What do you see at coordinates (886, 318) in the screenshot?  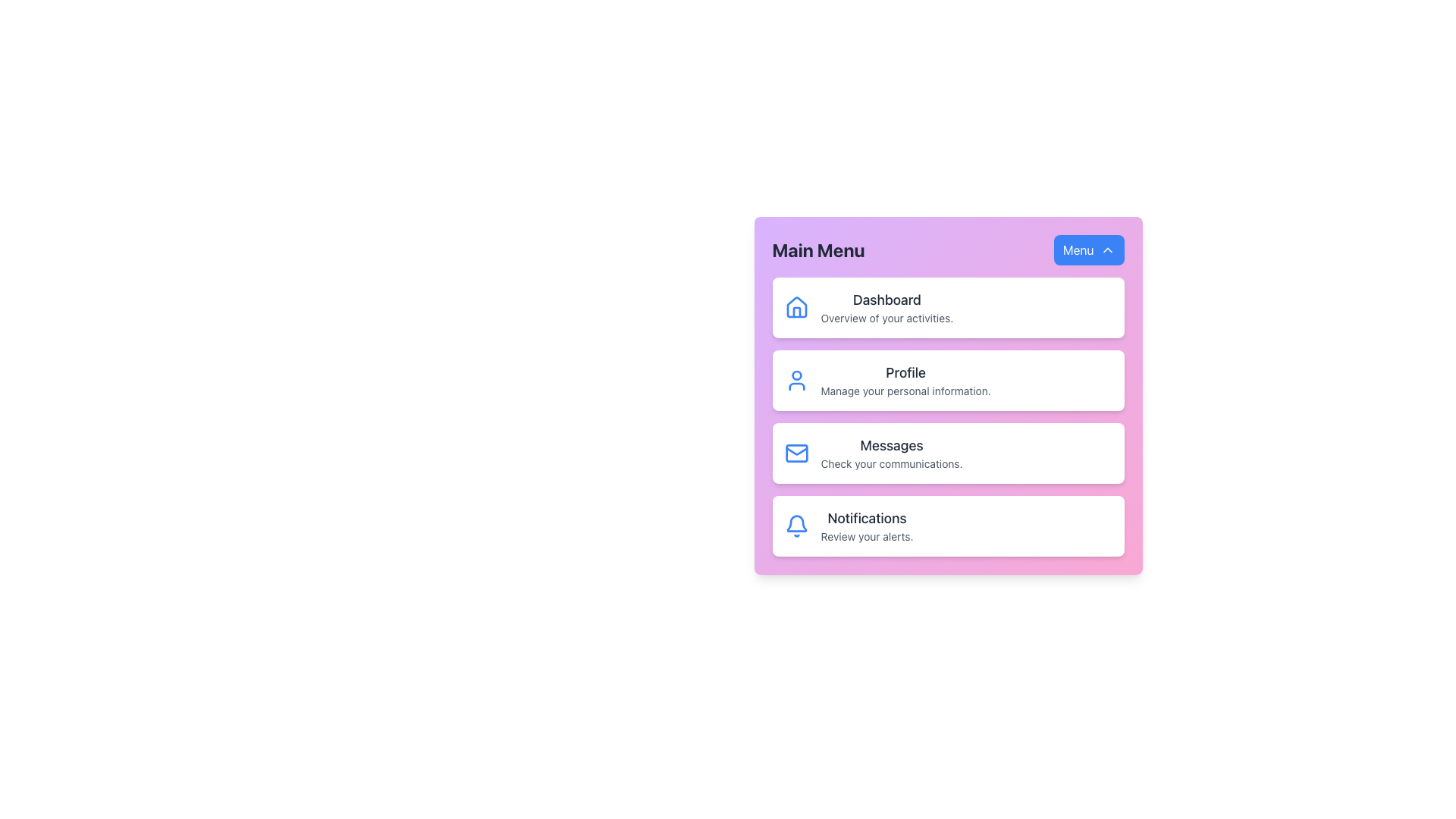 I see `the informational text snippet reading 'Overview of your activities' that is styled in gray and located directly below the 'Dashboard' heading in the topmost menu item of the vertically stacked menu list` at bounding box center [886, 318].